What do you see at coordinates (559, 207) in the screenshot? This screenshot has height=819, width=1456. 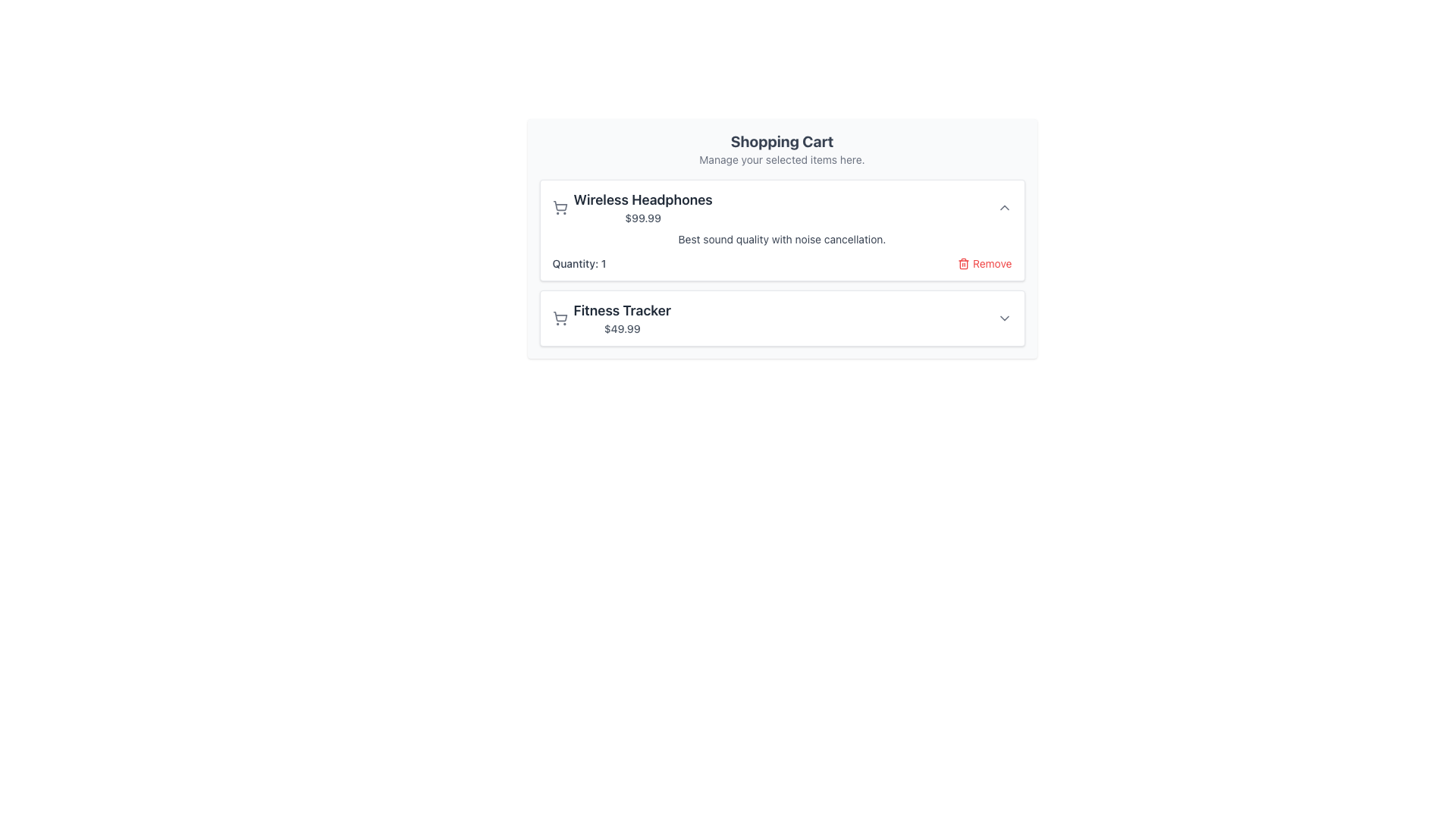 I see `the shopping cart icon located to the left of the text 'Wireless Headphones' and aligned with the top of the text block` at bounding box center [559, 207].